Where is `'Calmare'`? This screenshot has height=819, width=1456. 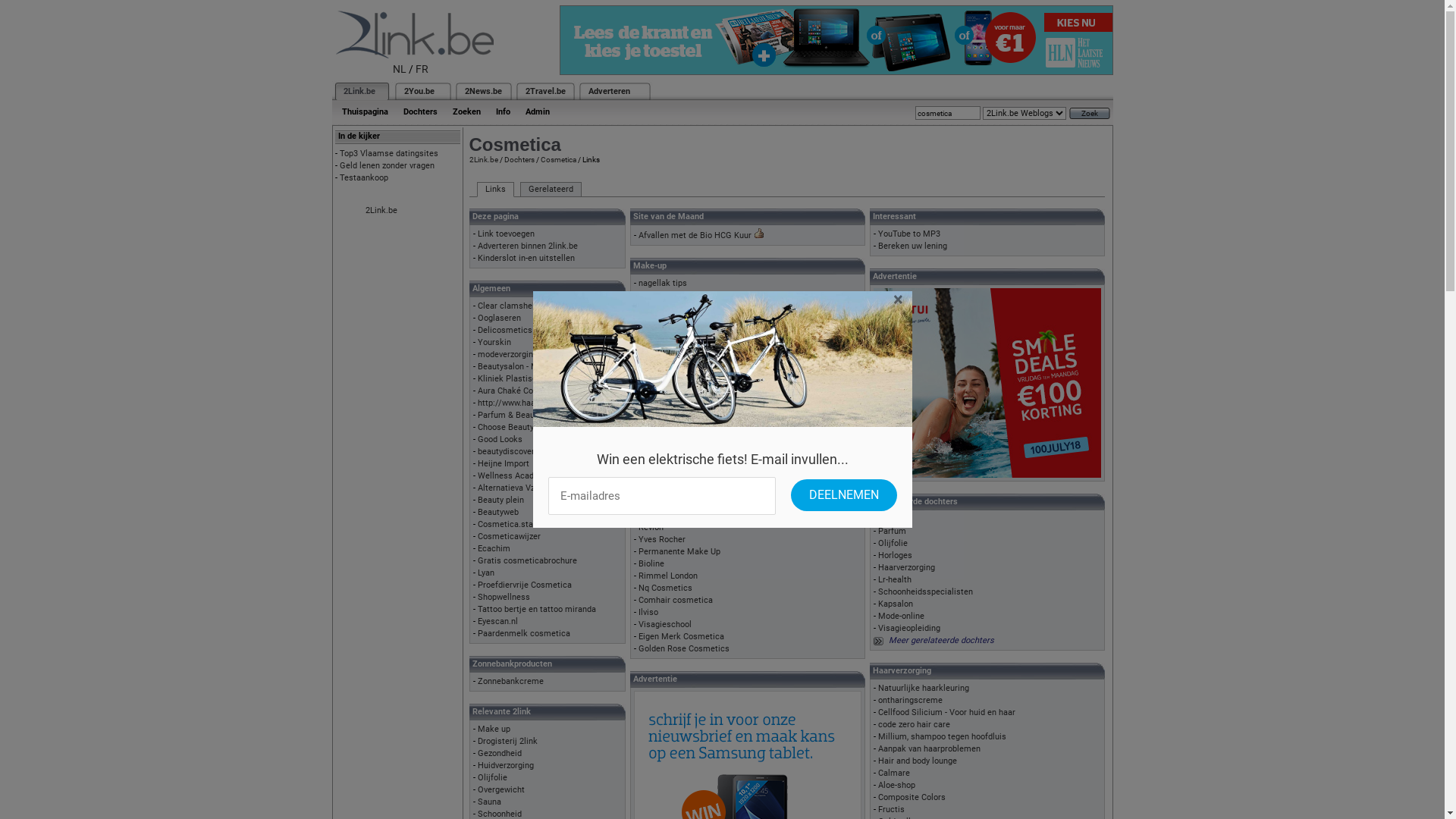 'Calmare' is located at coordinates (894, 773).